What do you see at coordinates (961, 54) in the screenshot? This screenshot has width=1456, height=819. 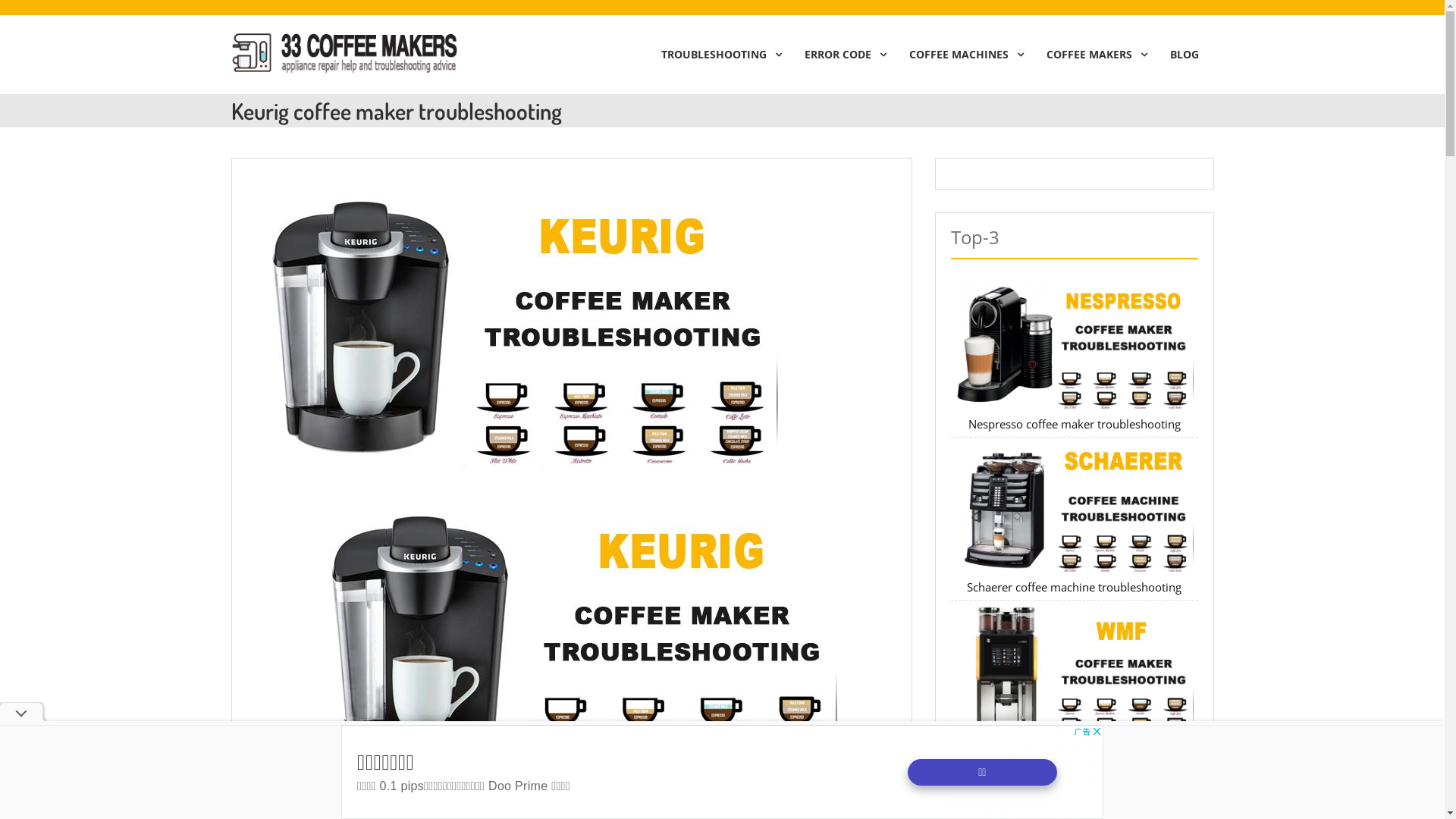 I see `'COFFEE MACHINES'` at bounding box center [961, 54].